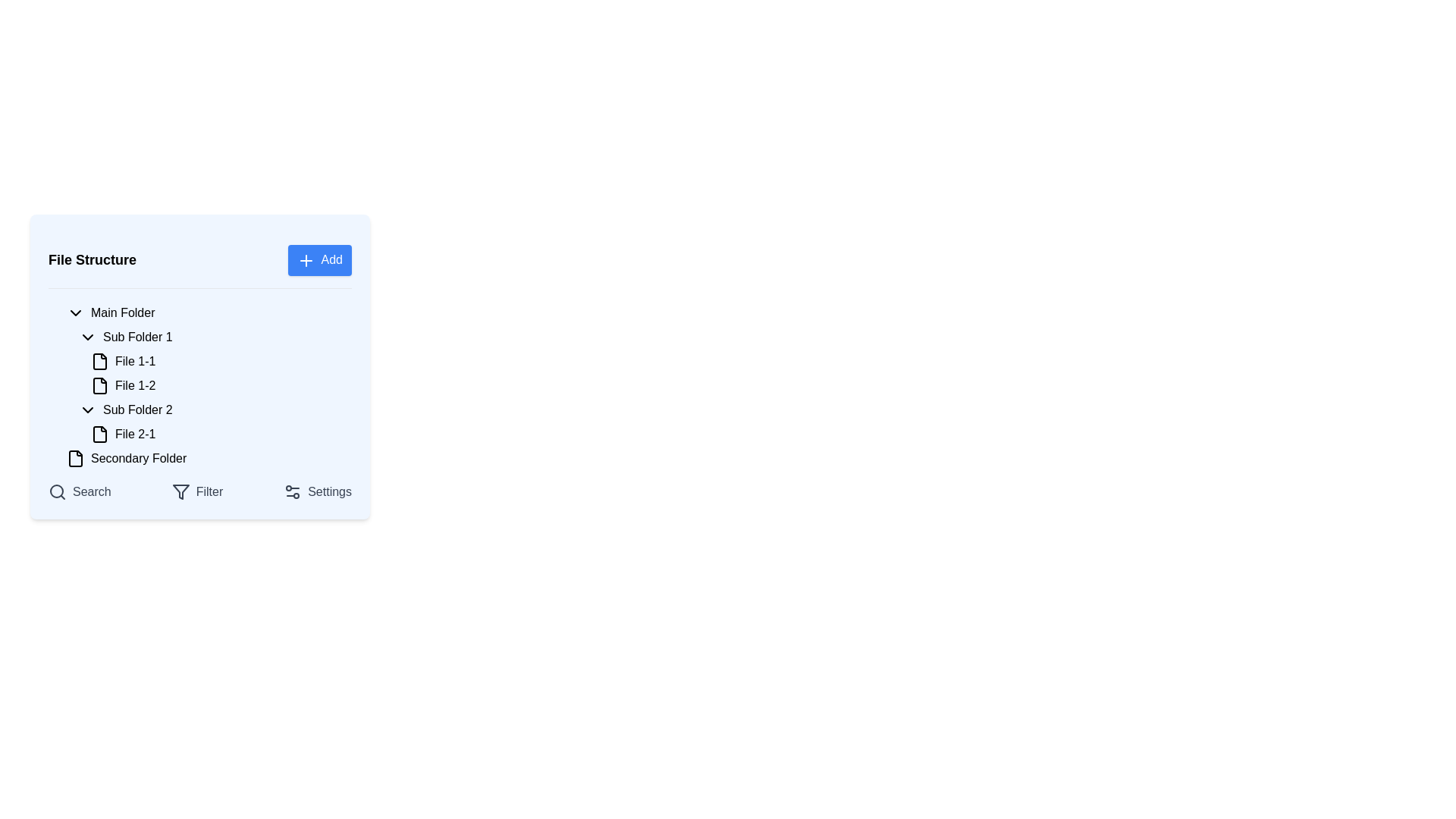 The image size is (1456, 819). I want to click on the document icon representing 'File 2-1' in the 'File Structure' tree under 'Sub Folder 2', so click(99, 433).